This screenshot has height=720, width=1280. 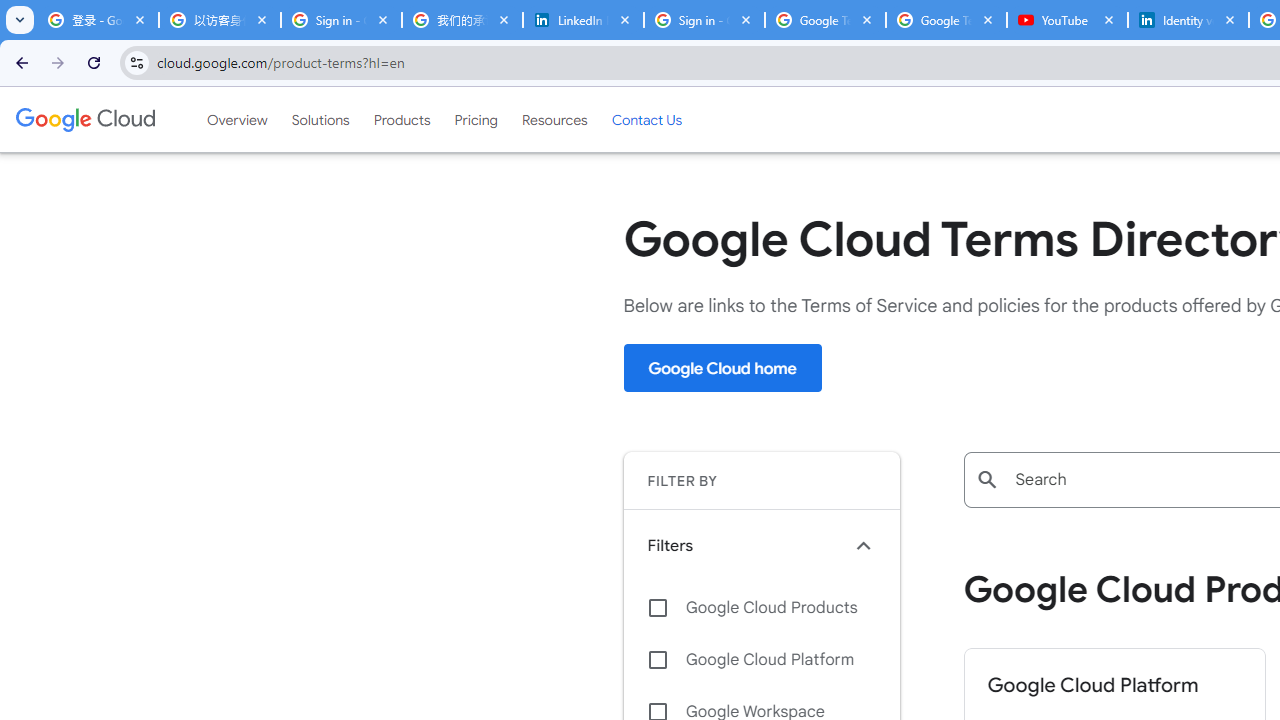 What do you see at coordinates (721, 367) in the screenshot?
I see `'Google Cloud home'` at bounding box center [721, 367].